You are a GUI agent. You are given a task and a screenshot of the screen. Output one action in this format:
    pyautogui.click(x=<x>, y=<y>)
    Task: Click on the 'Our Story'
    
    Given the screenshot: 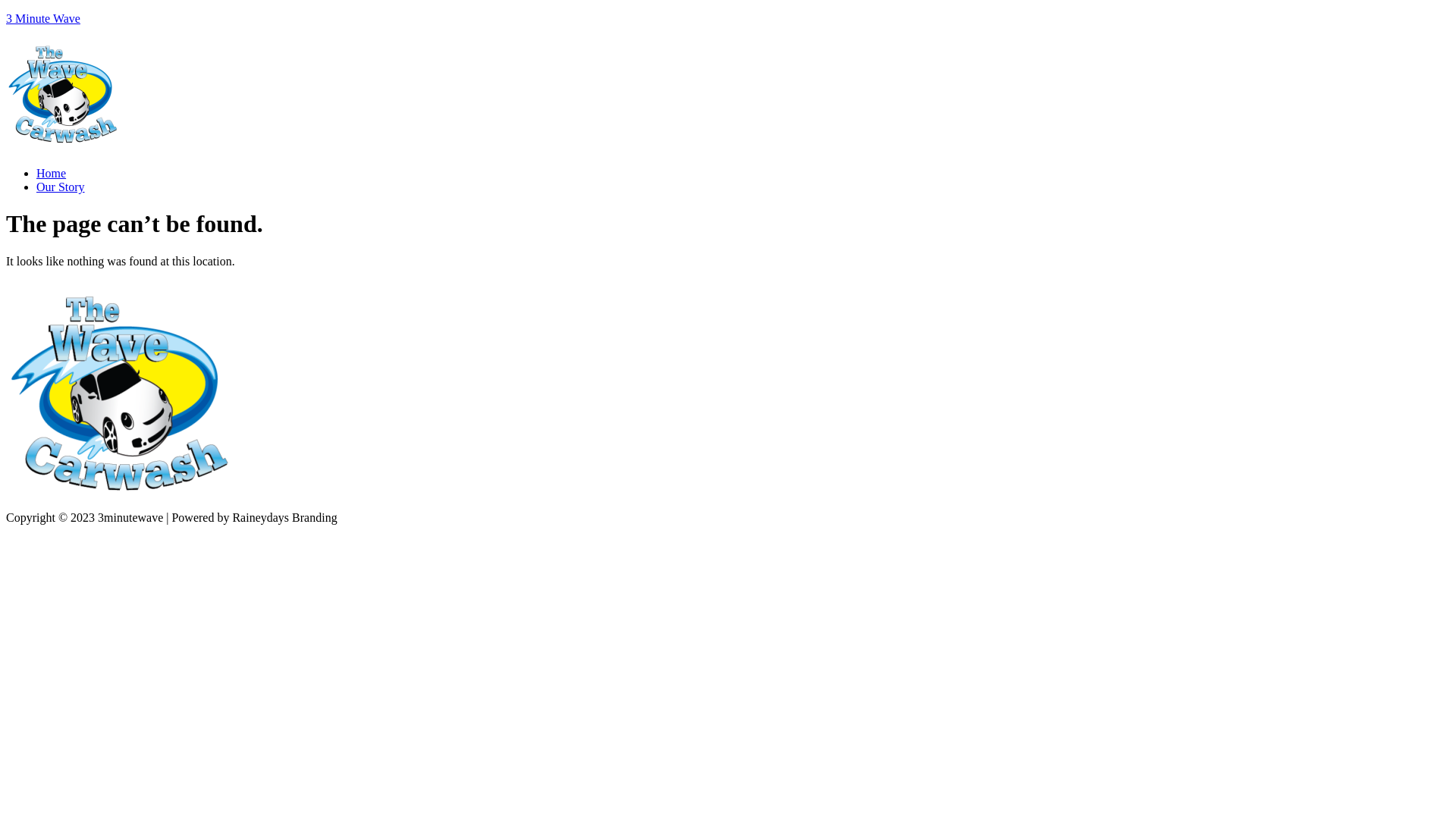 What is the action you would take?
    pyautogui.click(x=36, y=186)
    